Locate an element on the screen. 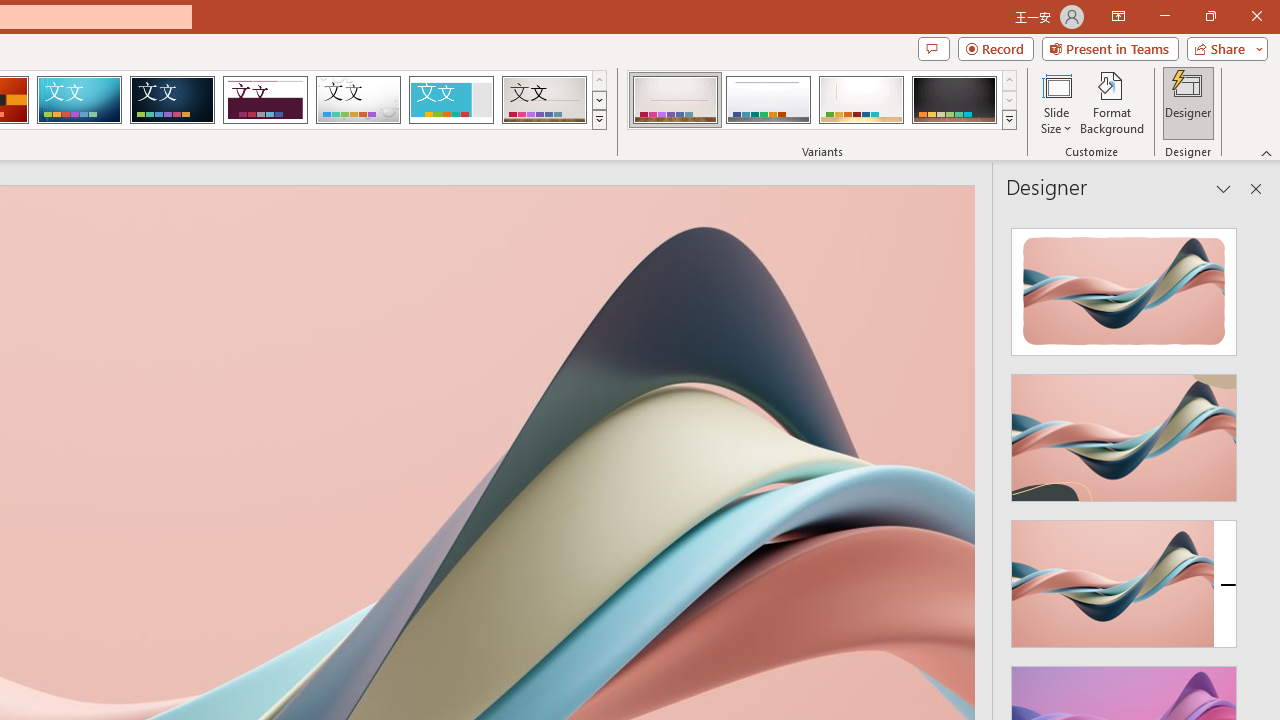  'Dividend' is located at coordinates (264, 100).